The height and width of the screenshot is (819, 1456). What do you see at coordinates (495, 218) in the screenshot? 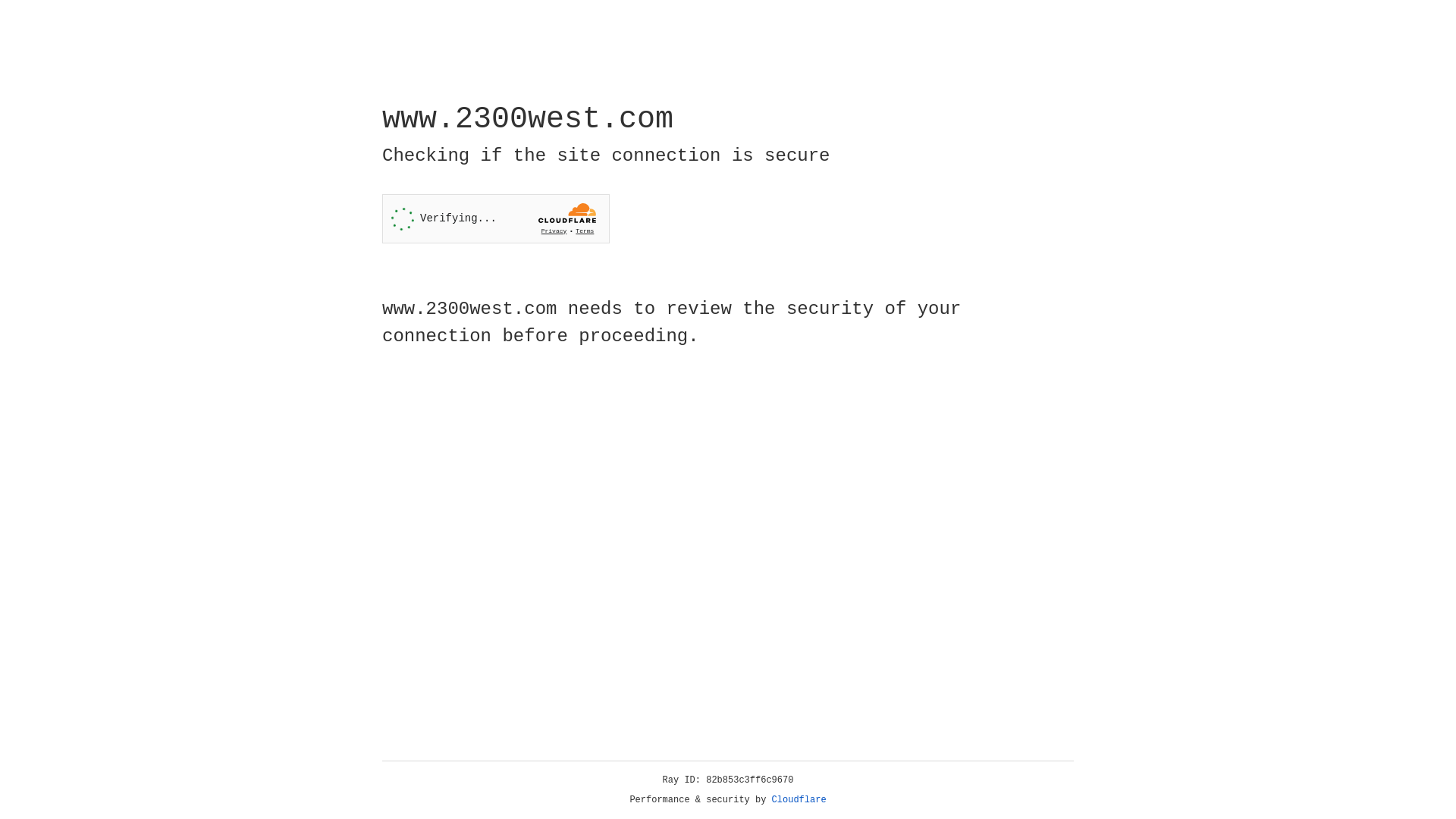
I see `'Widget containing a Cloudflare security challenge'` at bounding box center [495, 218].